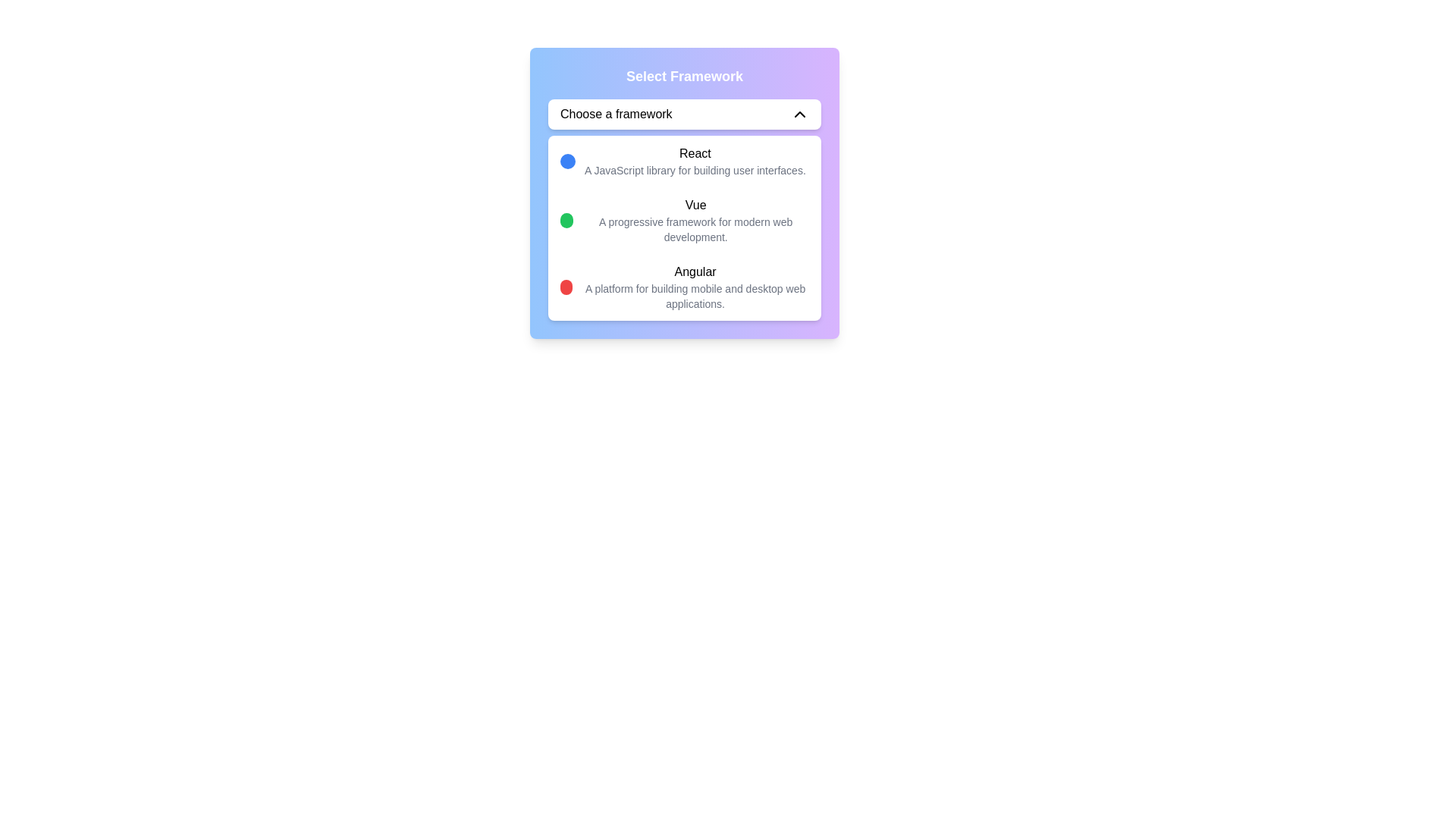 This screenshot has height=819, width=1456. What do you see at coordinates (683, 220) in the screenshot?
I see `the List item displaying 'Vue' with a green icon` at bounding box center [683, 220].